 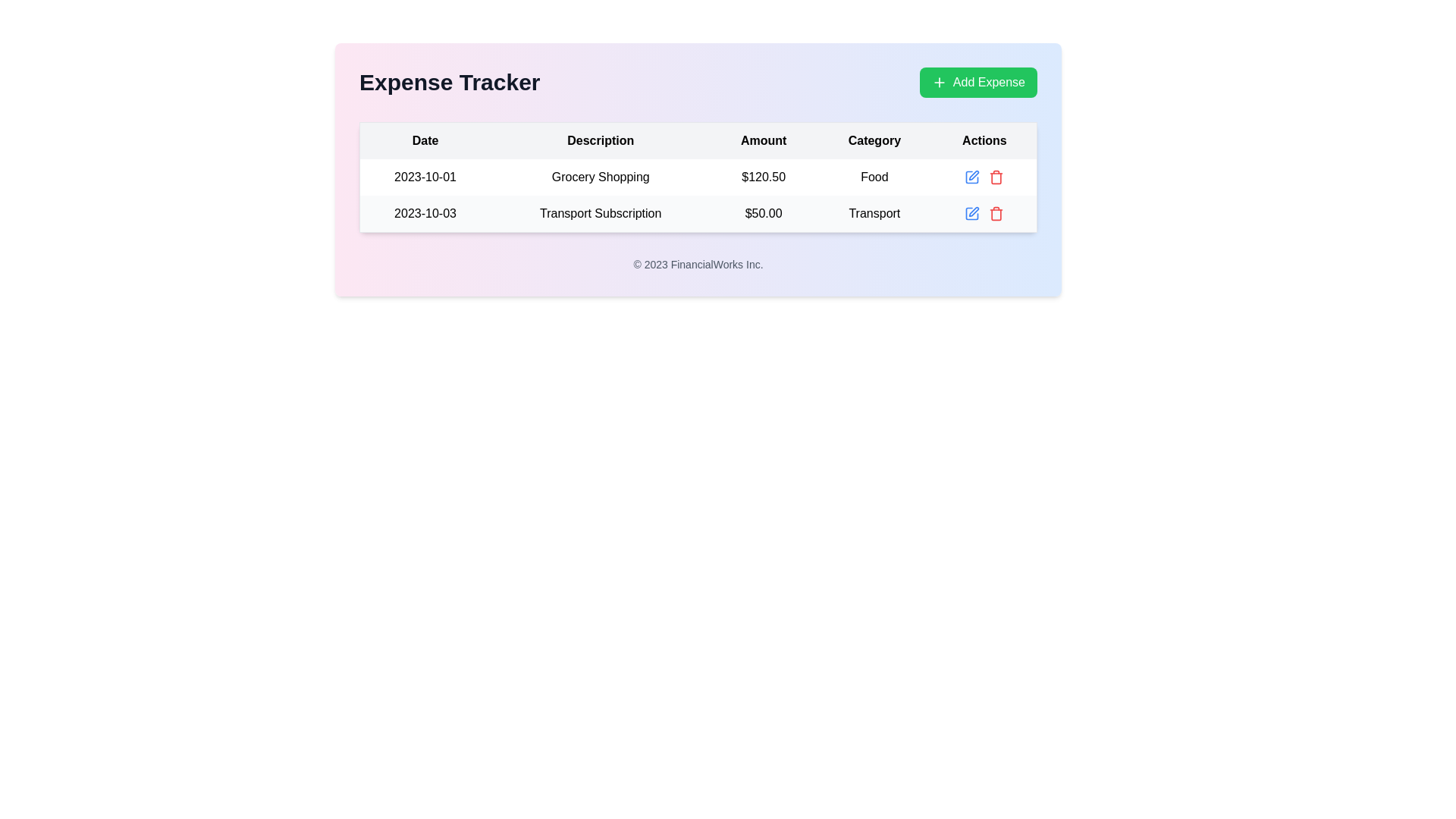 I want to click on the non-editable text box displaying the date '2023-10-01' under the 'Date' column in the table layout, so click(x=425, y=177).